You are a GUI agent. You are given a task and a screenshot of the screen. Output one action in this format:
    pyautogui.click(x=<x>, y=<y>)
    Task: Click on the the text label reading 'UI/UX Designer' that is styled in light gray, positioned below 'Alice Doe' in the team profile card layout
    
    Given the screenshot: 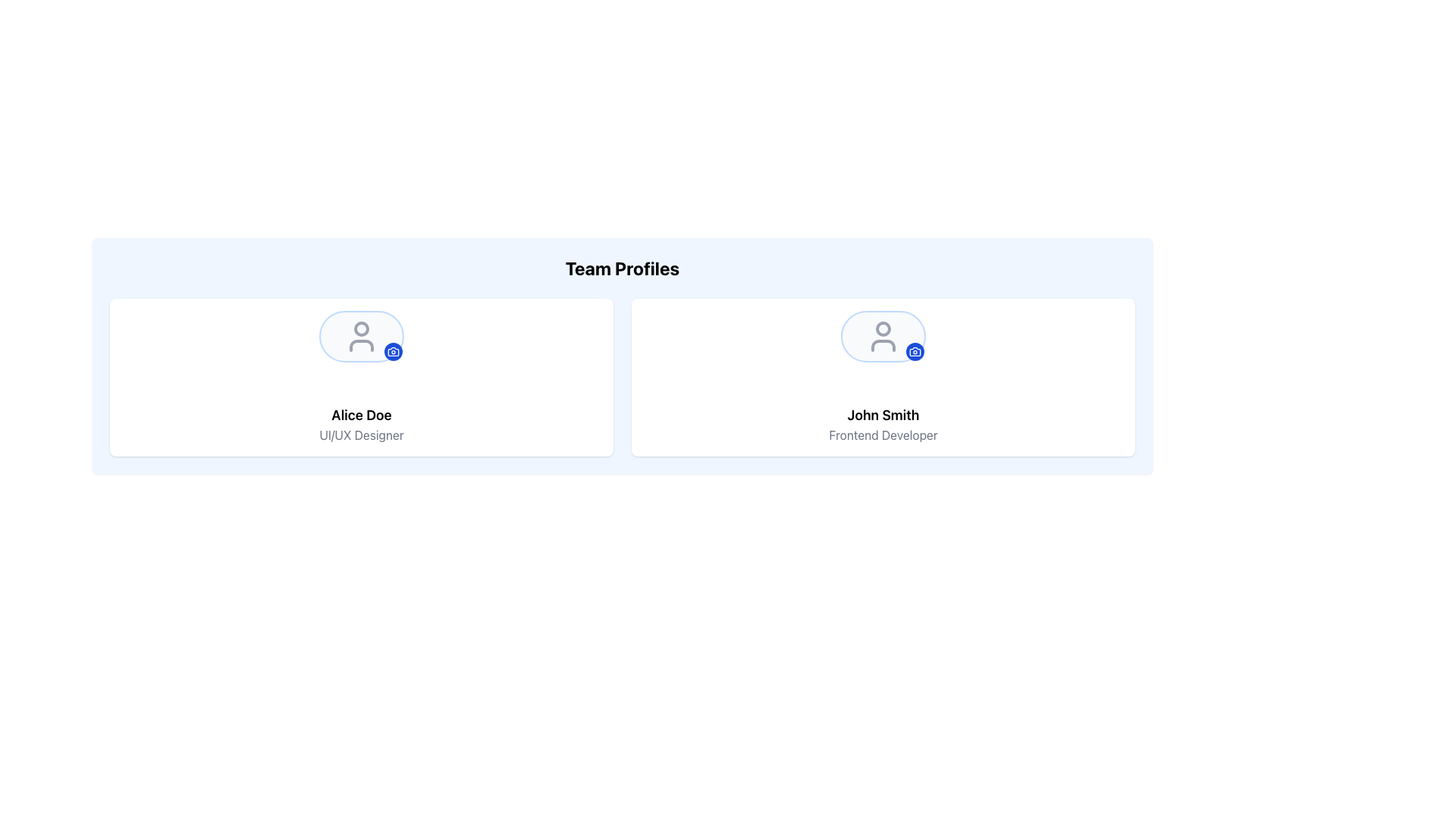 What is the action you would take?
    pyautogui.click(x=360, y=435)
    